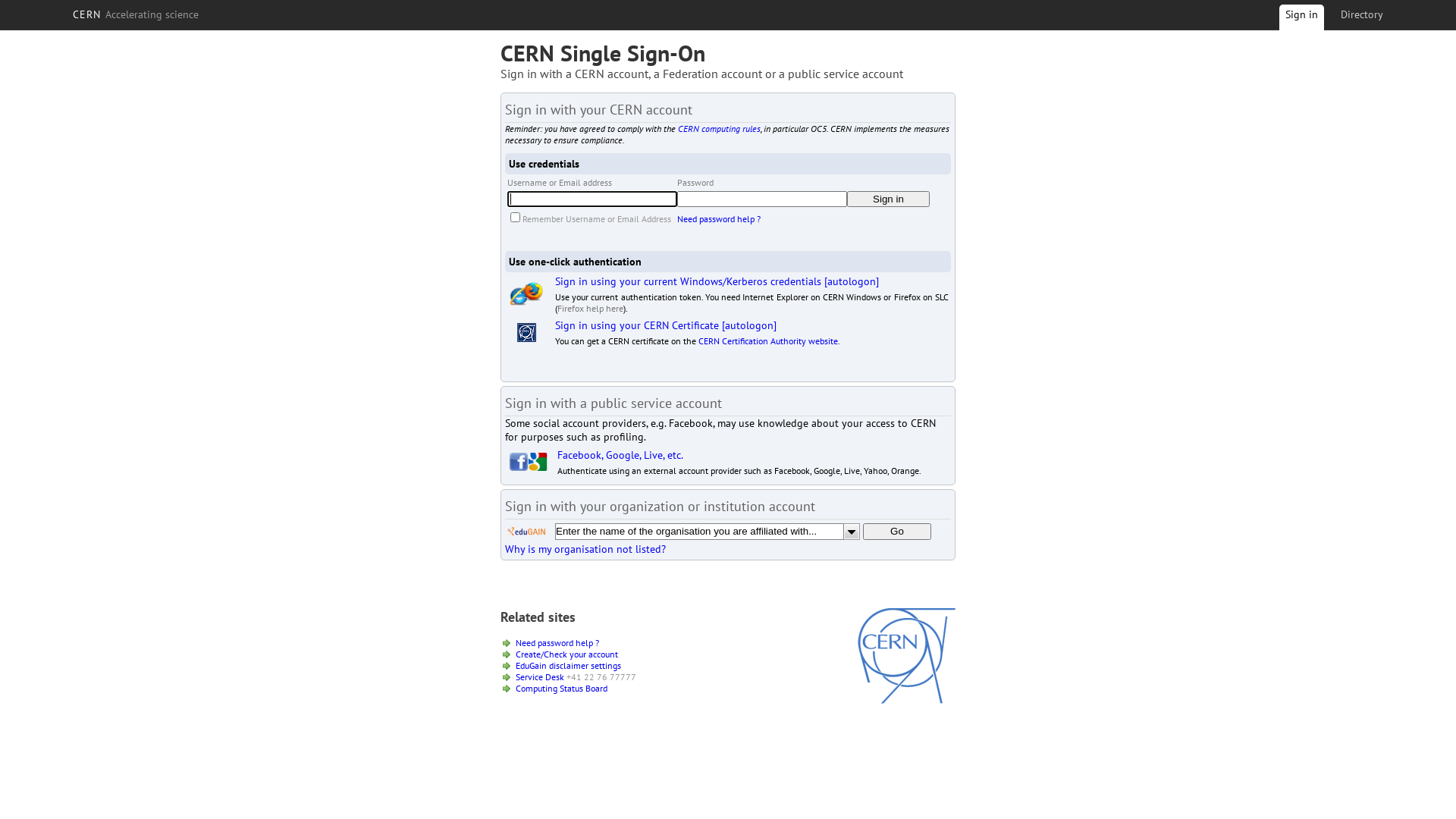 The image size is (1456, 819). What do you see at coordinates (591, 198) in the screenshot?
I see `'Enter your Username or Email Address'` at bounding box center [591, 198].